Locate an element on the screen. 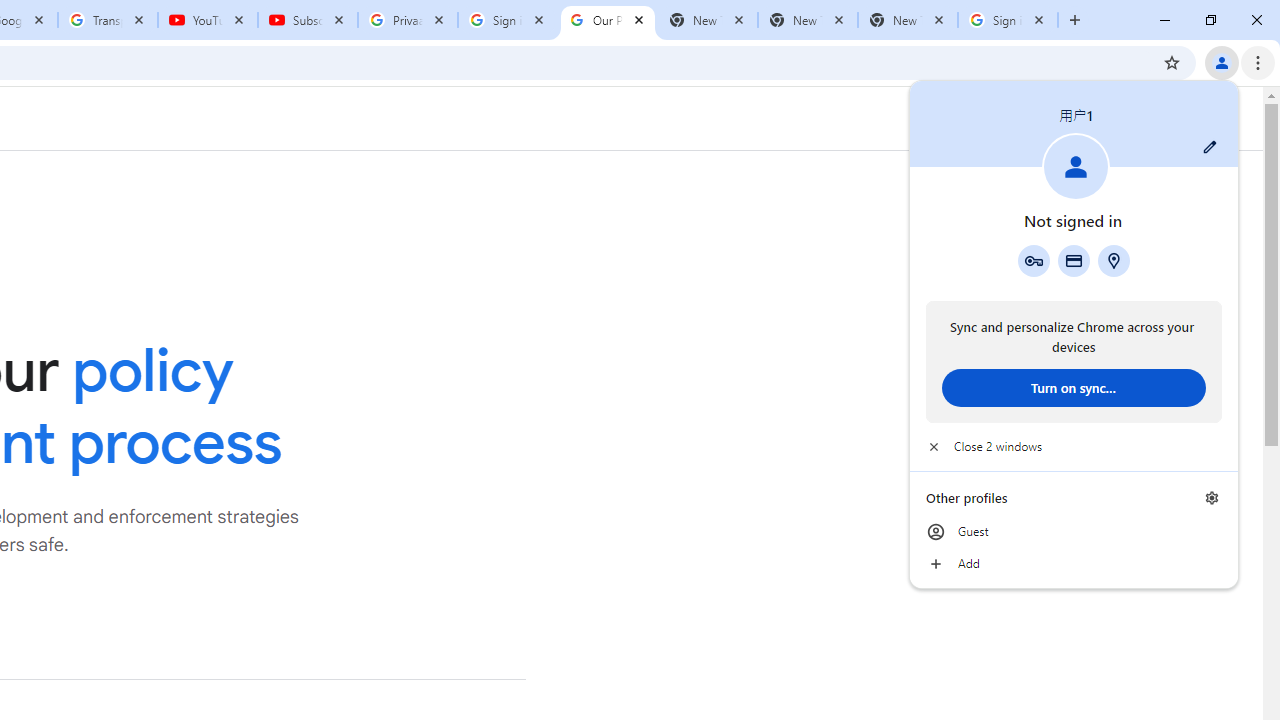  'New Tab' is located at coordinates (906, 20).